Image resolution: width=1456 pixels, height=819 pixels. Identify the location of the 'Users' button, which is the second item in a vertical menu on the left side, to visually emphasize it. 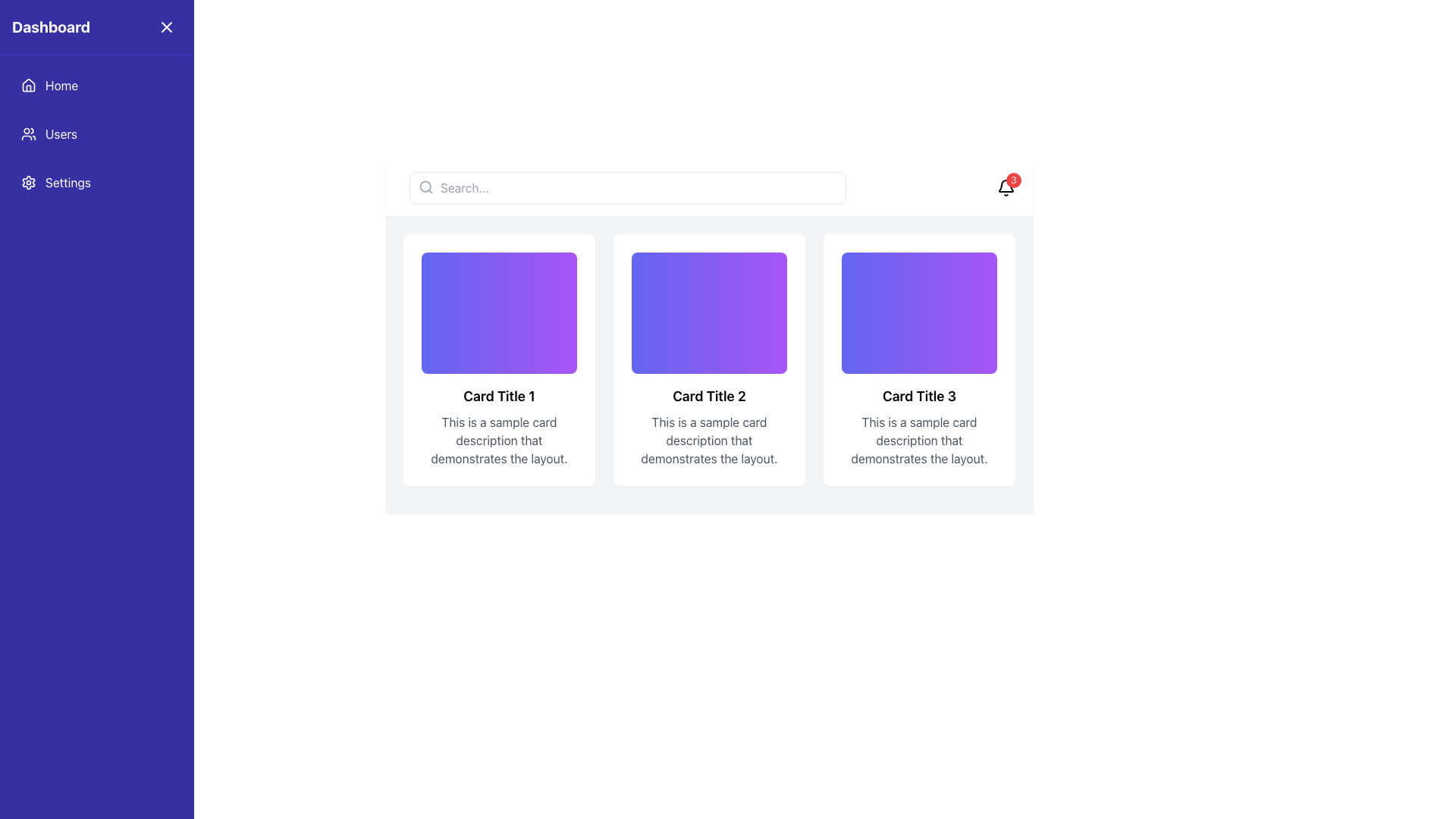
(96, 133).